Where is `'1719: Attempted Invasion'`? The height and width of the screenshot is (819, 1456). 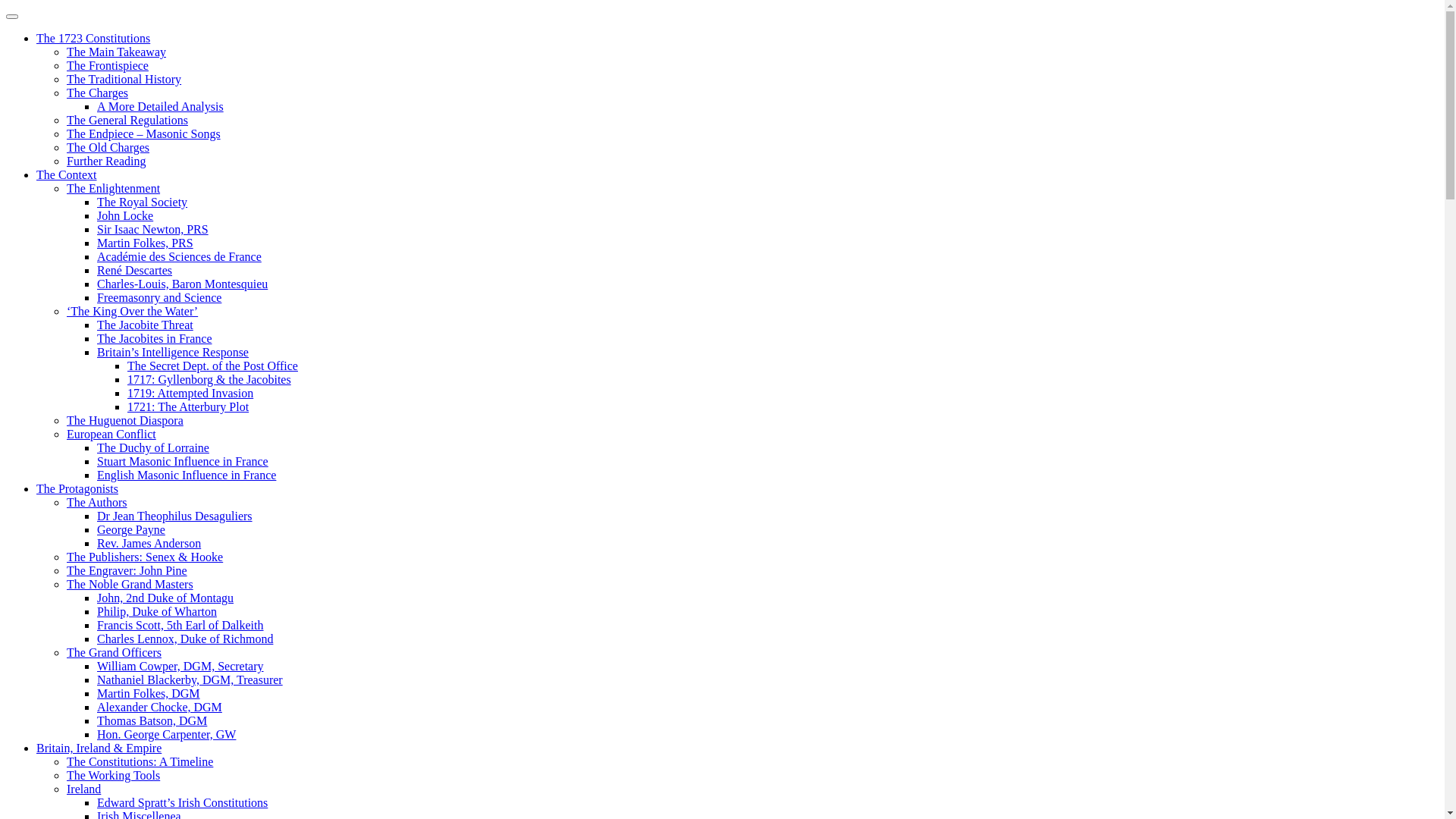
'1719: Attempted Invasion' is located at coordinates (189, 392).